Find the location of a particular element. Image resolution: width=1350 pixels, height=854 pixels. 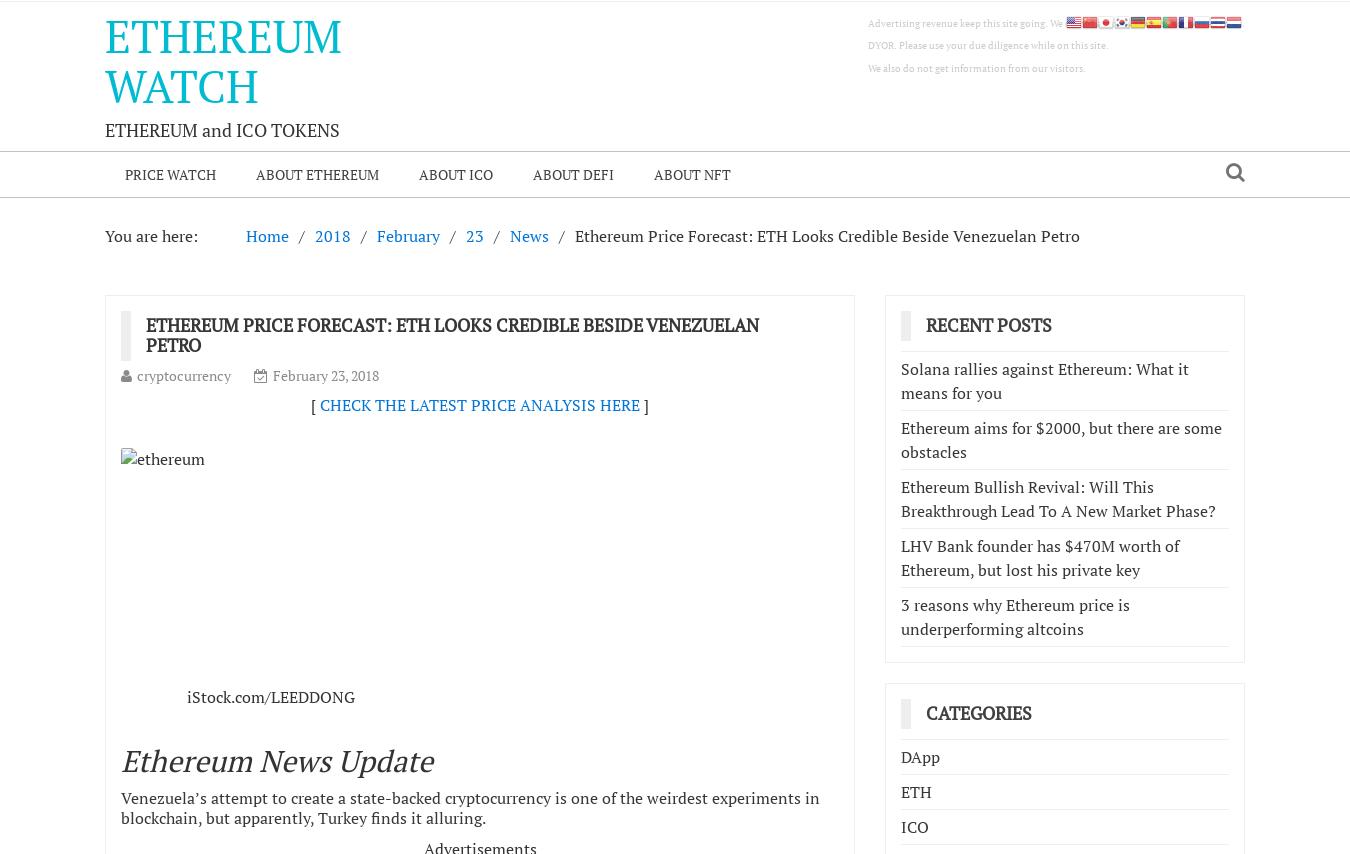

'CHECK THE LATEST PRICE ANALYSIS HERE' is located at coordinates (479, 404).